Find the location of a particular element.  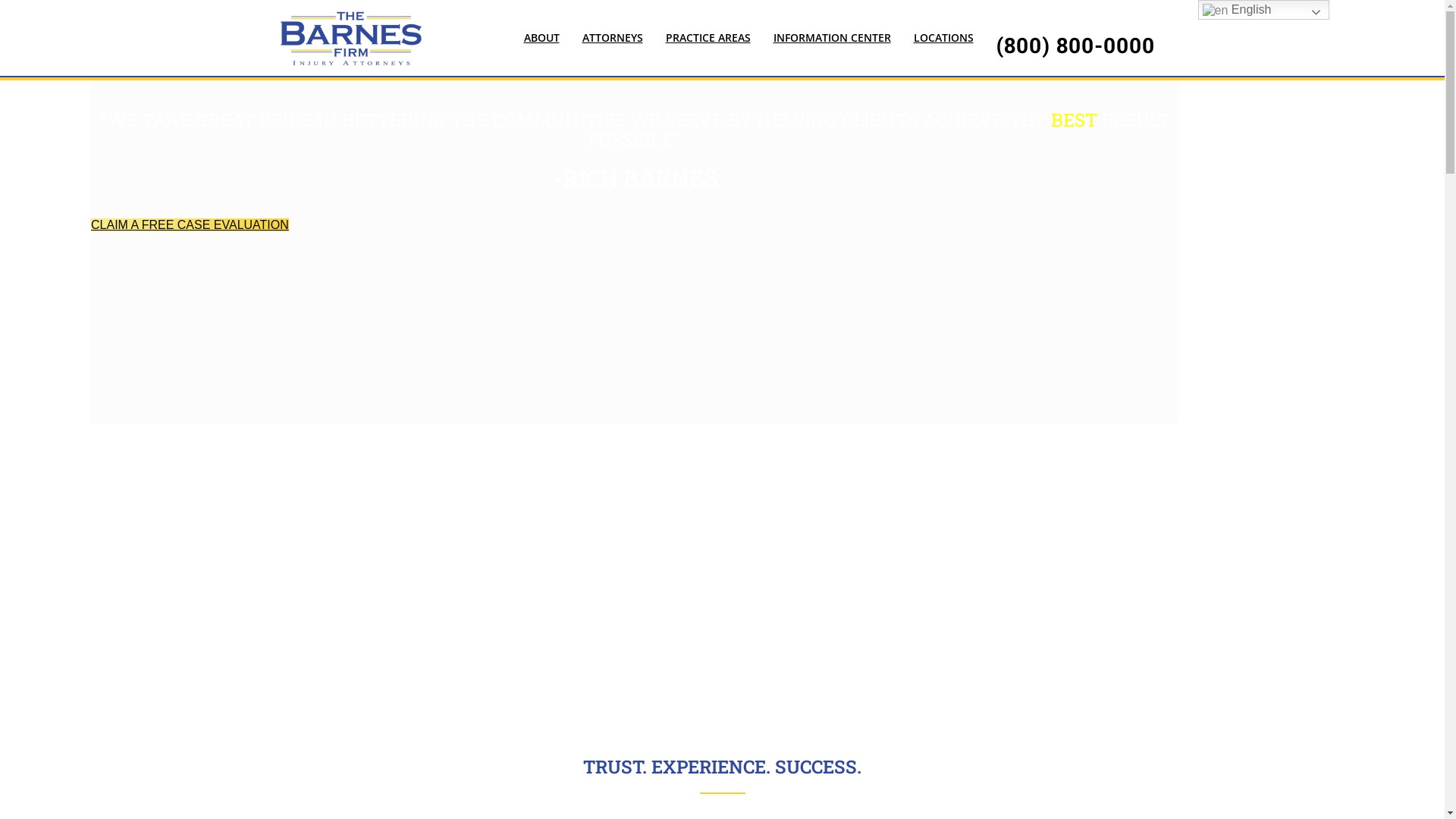

'(800) 800-0000' is located at coordinates (1075, 44).